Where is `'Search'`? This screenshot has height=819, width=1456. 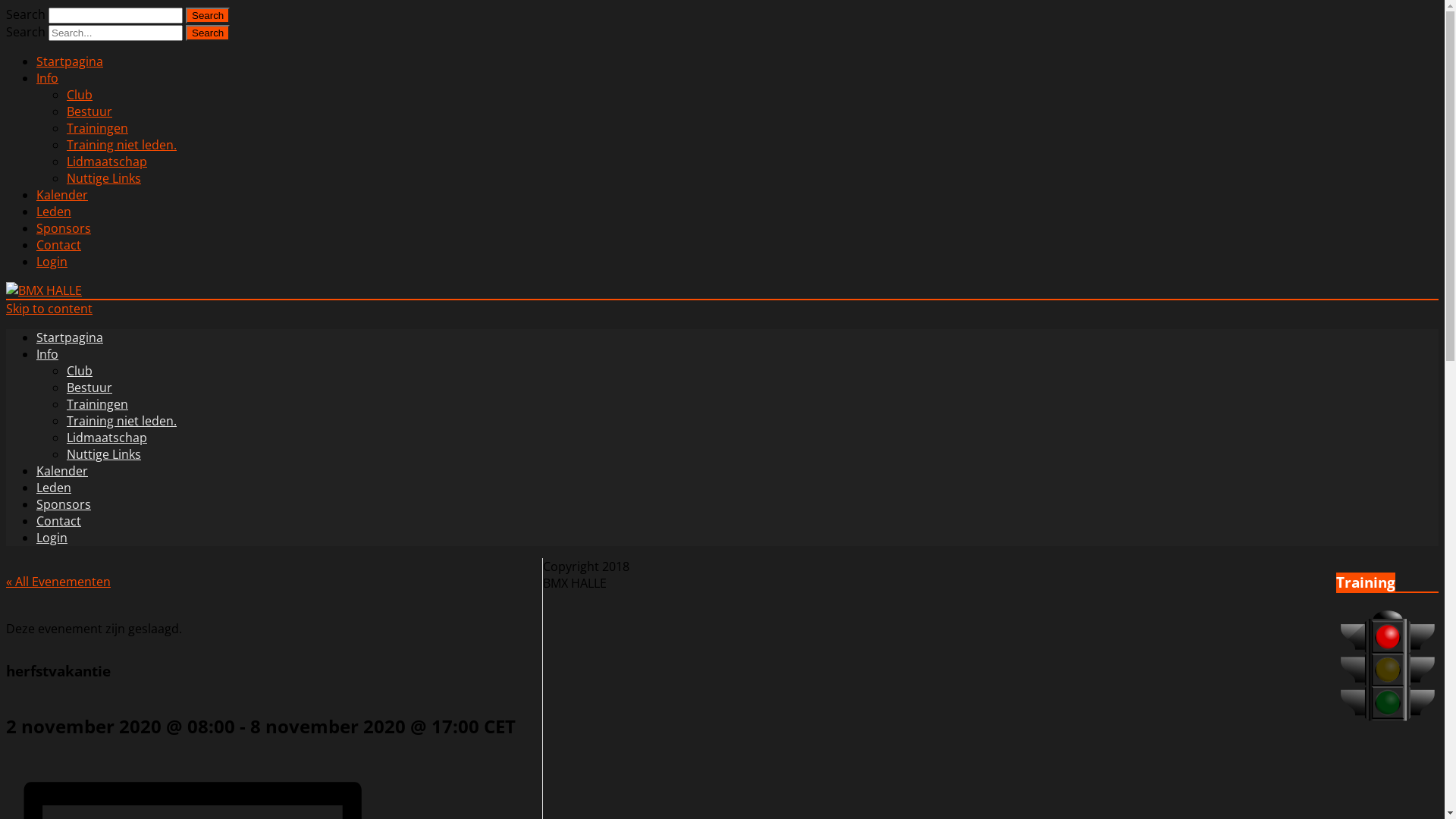
'Search' is located at coordinates (206, 33).